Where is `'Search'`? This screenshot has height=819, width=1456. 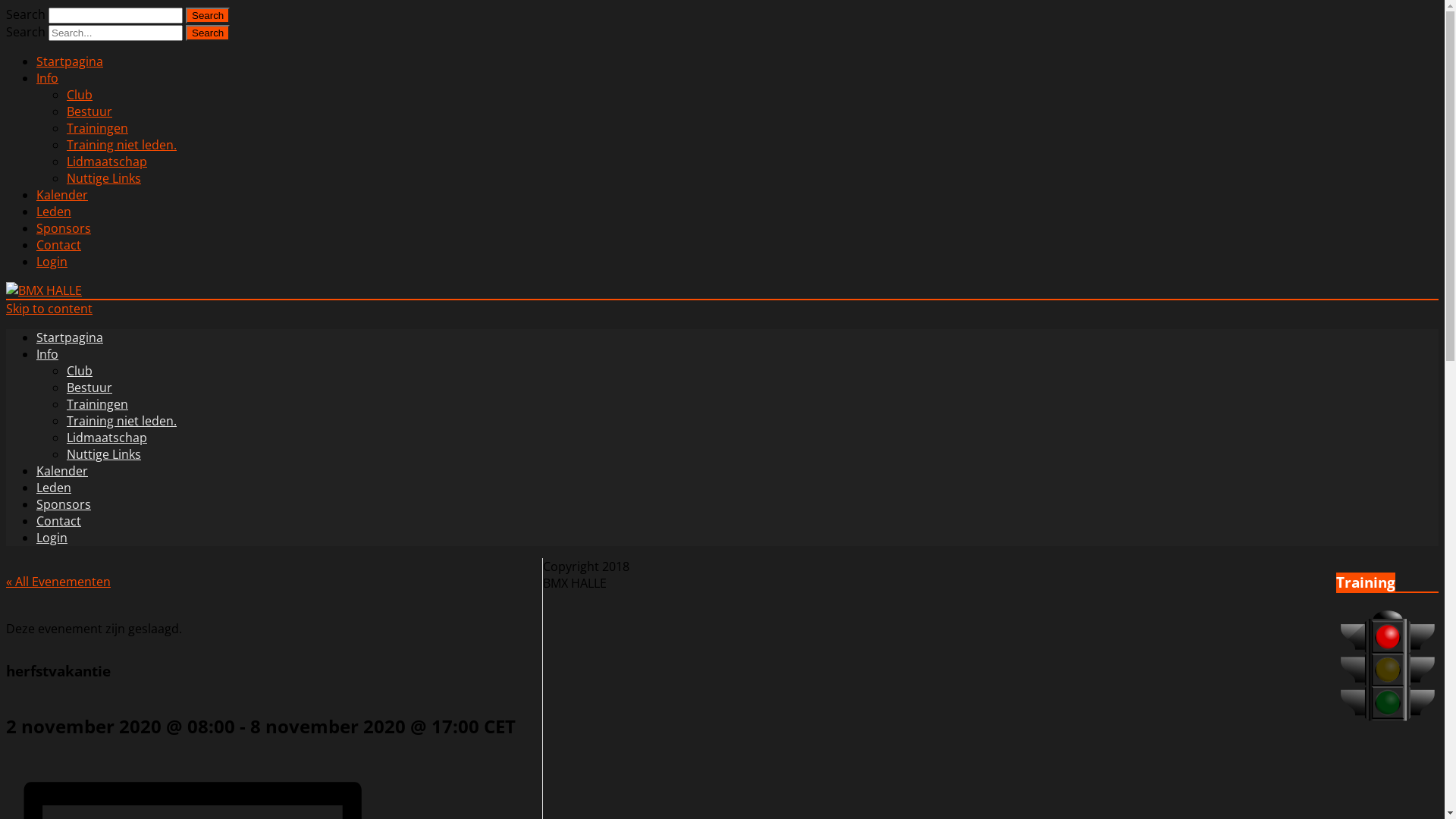
'Search' is located at coordinates (206, 33).